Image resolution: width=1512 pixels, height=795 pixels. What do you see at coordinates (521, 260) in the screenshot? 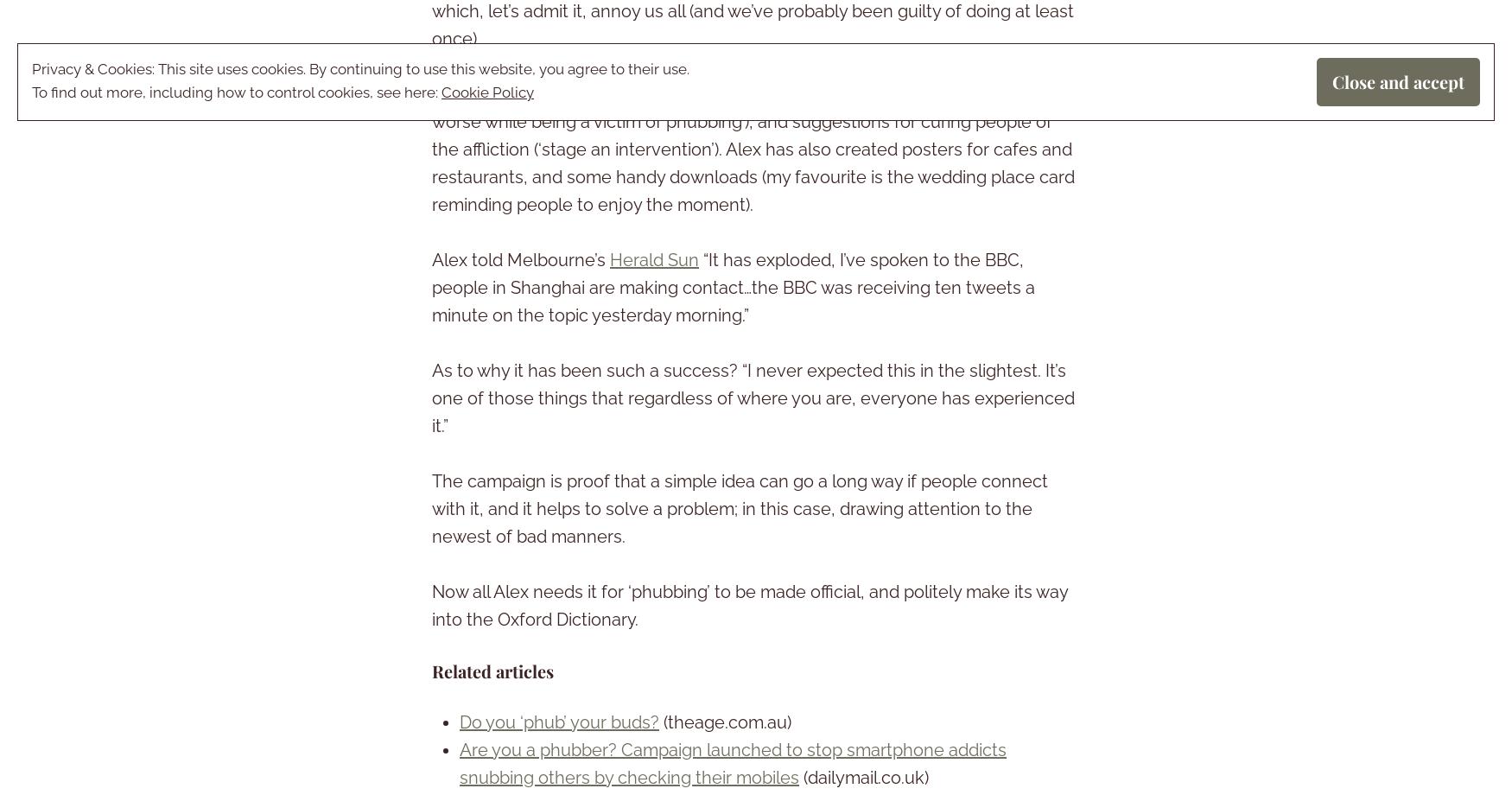
I see `'Alex told Melbourne’s'` at bounding box center [521, 260].